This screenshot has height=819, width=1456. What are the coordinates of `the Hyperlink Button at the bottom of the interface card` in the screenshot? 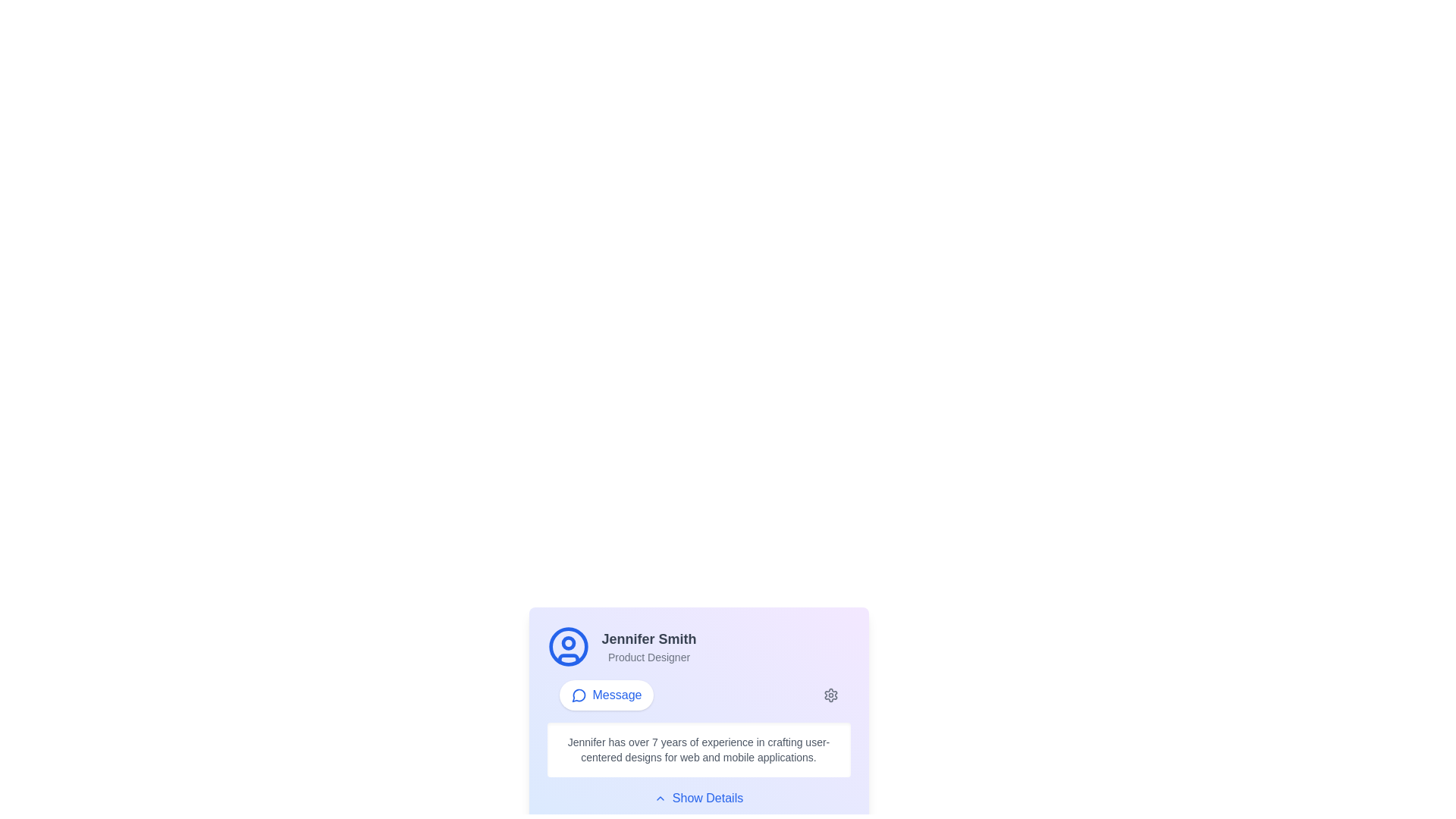 It's located at (698, 798).